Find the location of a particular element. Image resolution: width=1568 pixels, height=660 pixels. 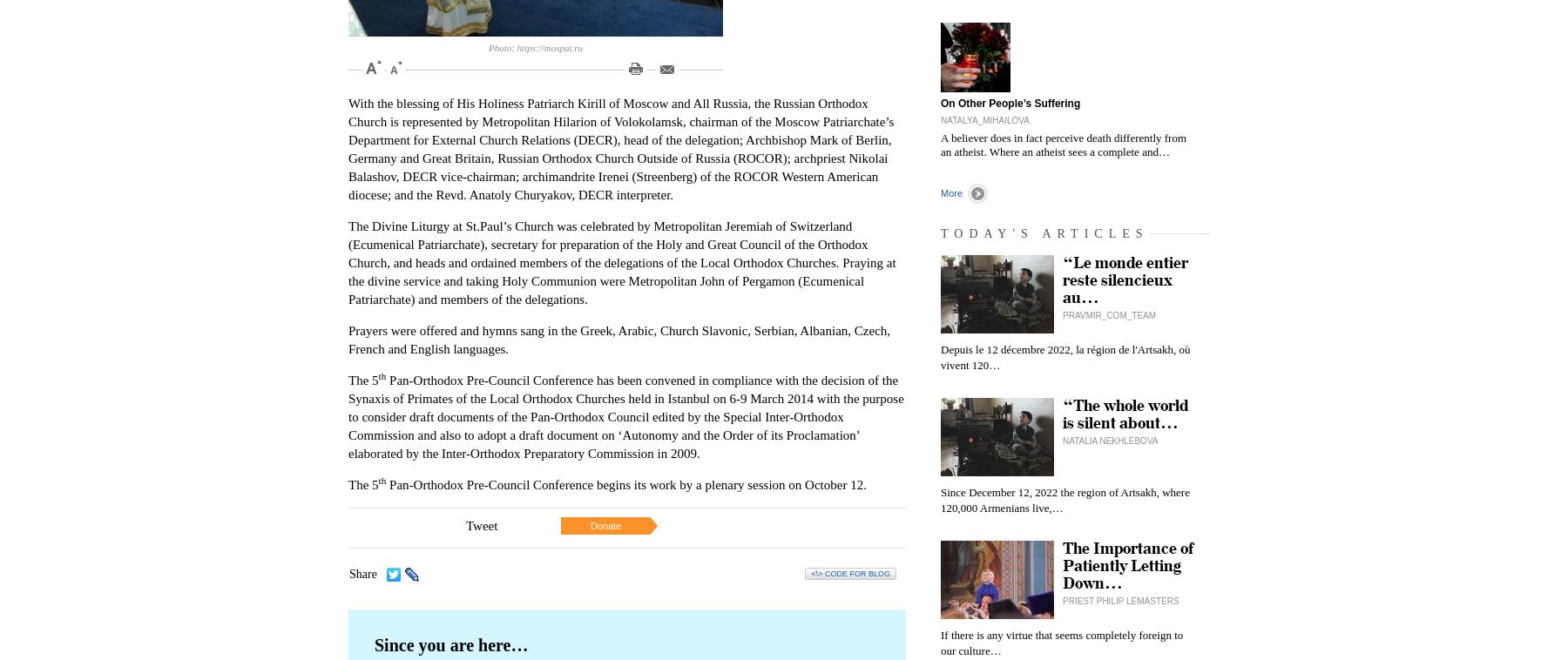

'Since December 12, 2022 the region of Artsakh, where 120,000 Armenians live,…' is located at coordinates (1064, 500).